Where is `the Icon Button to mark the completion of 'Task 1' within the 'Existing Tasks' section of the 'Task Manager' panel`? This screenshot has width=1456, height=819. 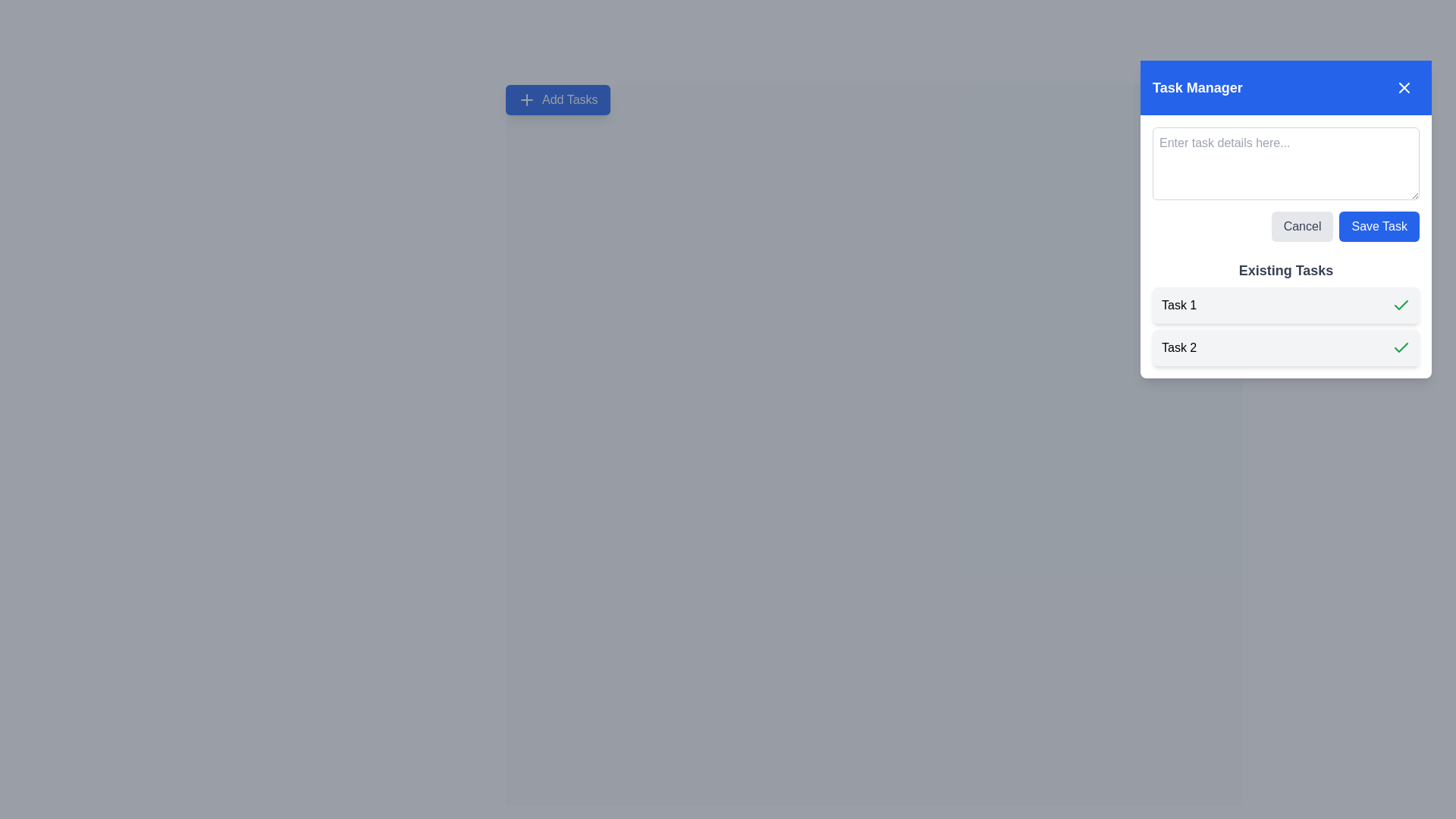 the Icon Button to mark the completion of 'Task 1' within the 'Existing Tasks' section of the 'Task Manager' panel is located at coordinates (1401, 305).